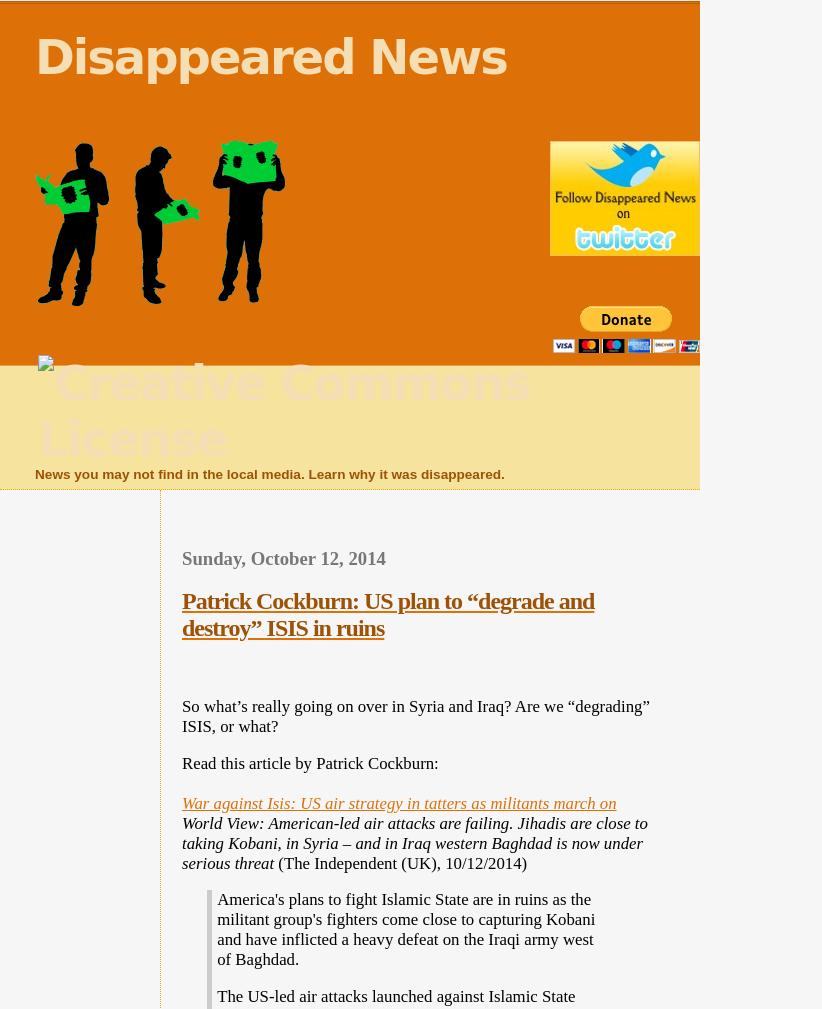 The height and width of the screenshot is (1009, 822). What do you see at coordinates (34, 56) in the screenshot?
I see `'Disappeared News'` at bounding box center [34, 56].